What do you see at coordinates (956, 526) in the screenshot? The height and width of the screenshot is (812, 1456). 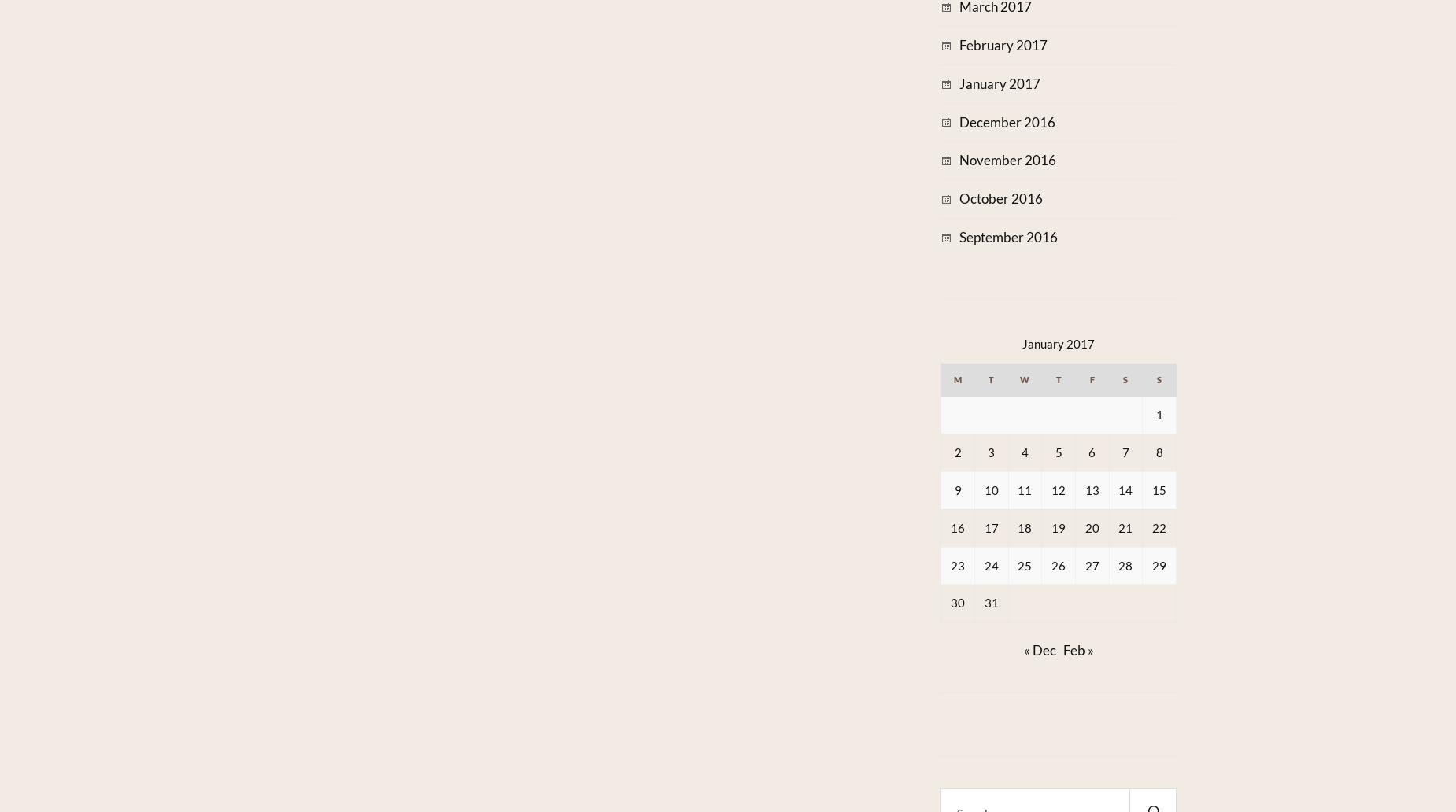 I see `'16'` at bounding box center [956, 526].